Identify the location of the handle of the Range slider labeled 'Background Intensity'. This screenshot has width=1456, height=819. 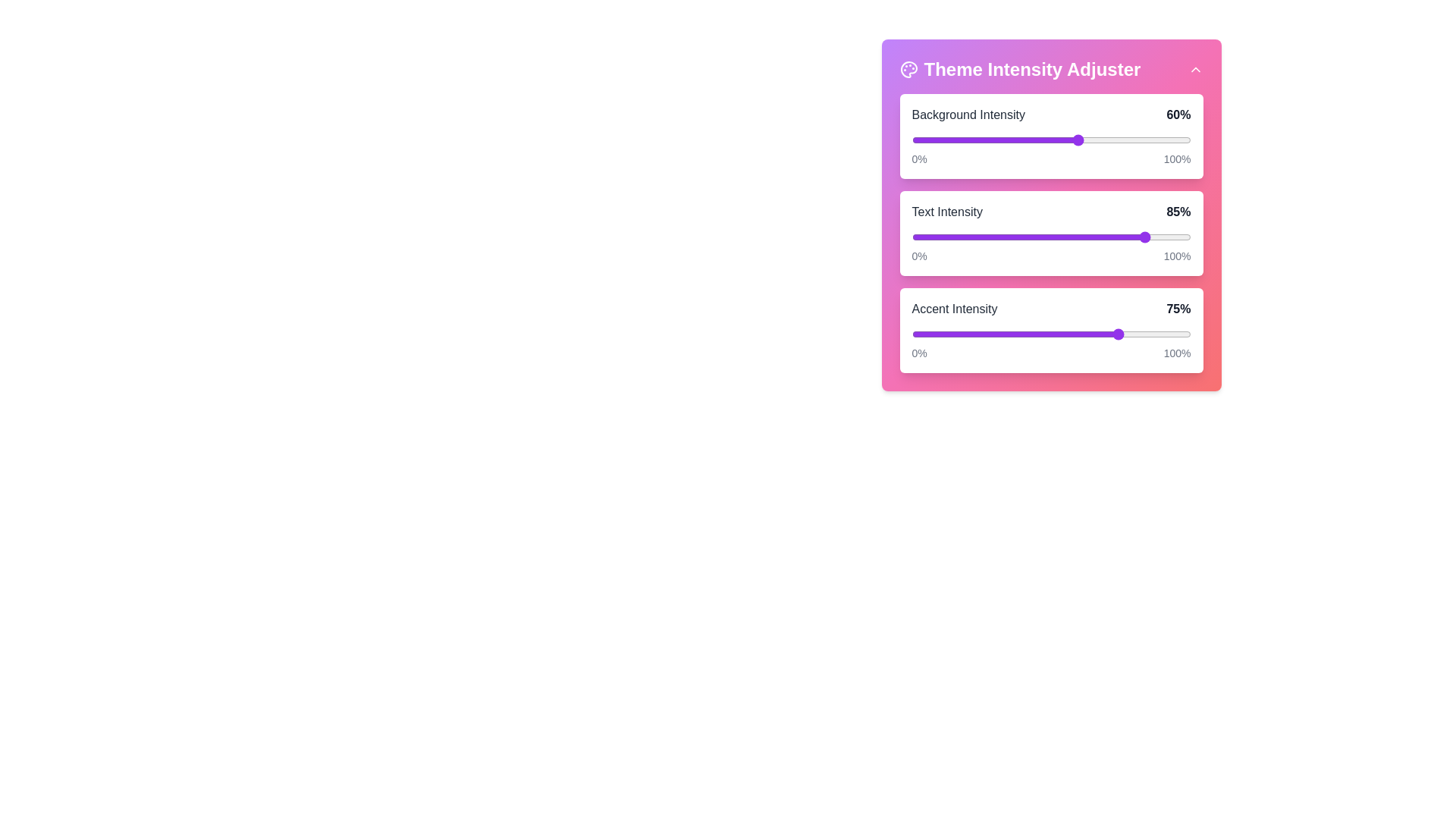
(1050, 140).